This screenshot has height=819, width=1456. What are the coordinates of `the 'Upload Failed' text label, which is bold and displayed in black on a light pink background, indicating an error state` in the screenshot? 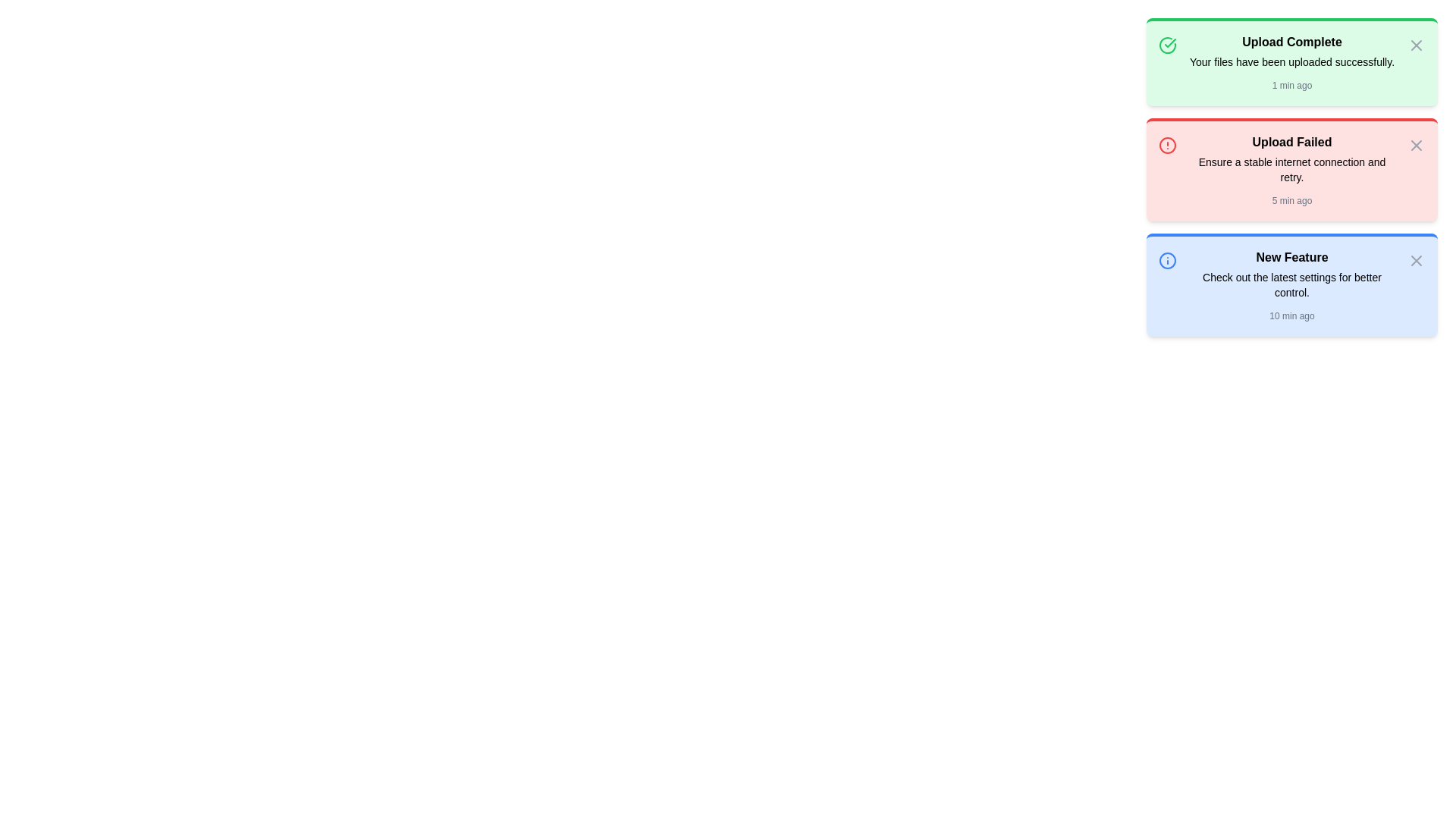 It's located at (1291, 143).